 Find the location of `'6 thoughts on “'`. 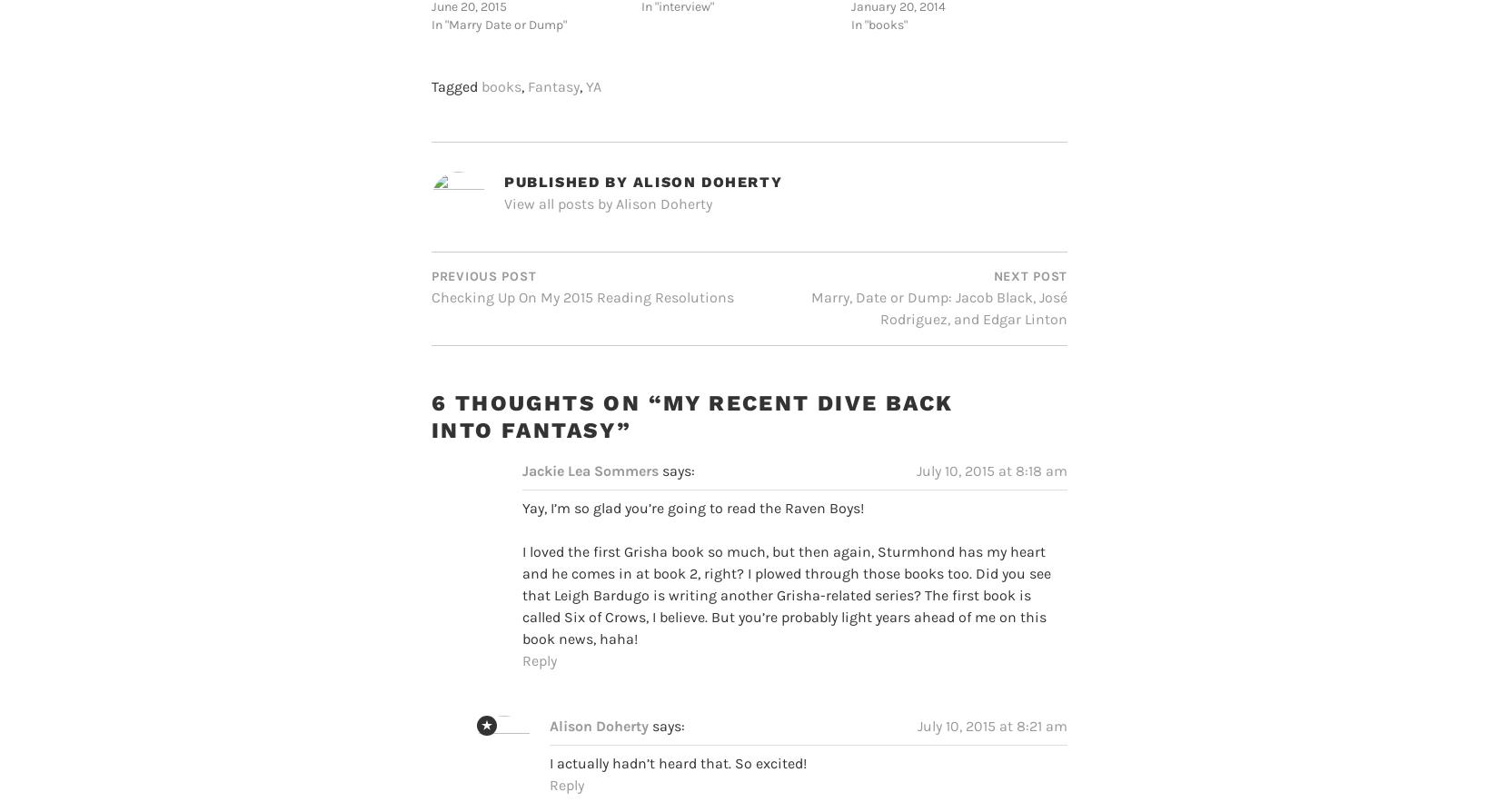

'6 thoughts on “' is located at coordinates (431, 367).